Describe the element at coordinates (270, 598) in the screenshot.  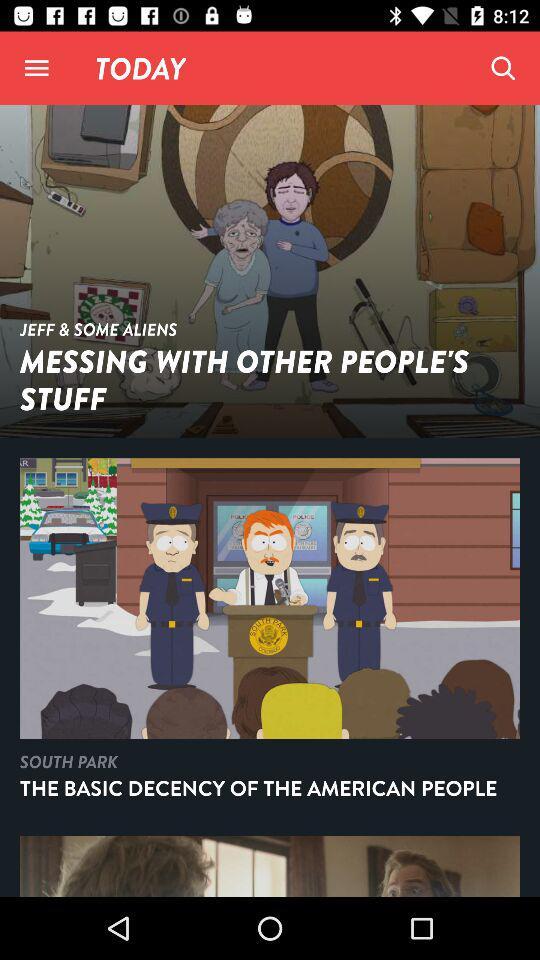
I see `second image` at that location.